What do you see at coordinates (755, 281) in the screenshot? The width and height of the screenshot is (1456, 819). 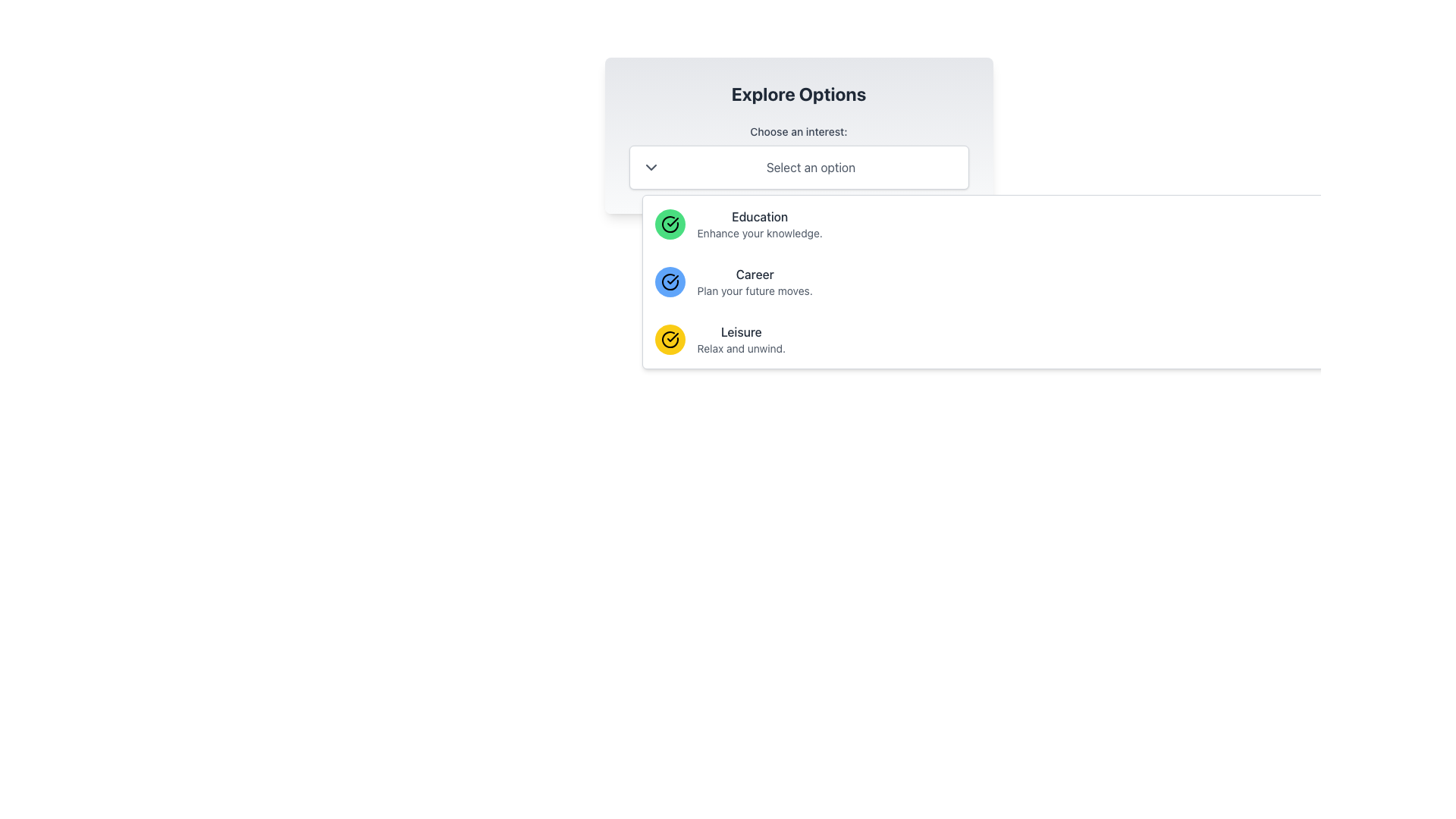 I see `the 'Career' category list item, which is the second option in the dropdown menu, located below 'Education' and above 'Leisure'` at bounding box center [755, 281].